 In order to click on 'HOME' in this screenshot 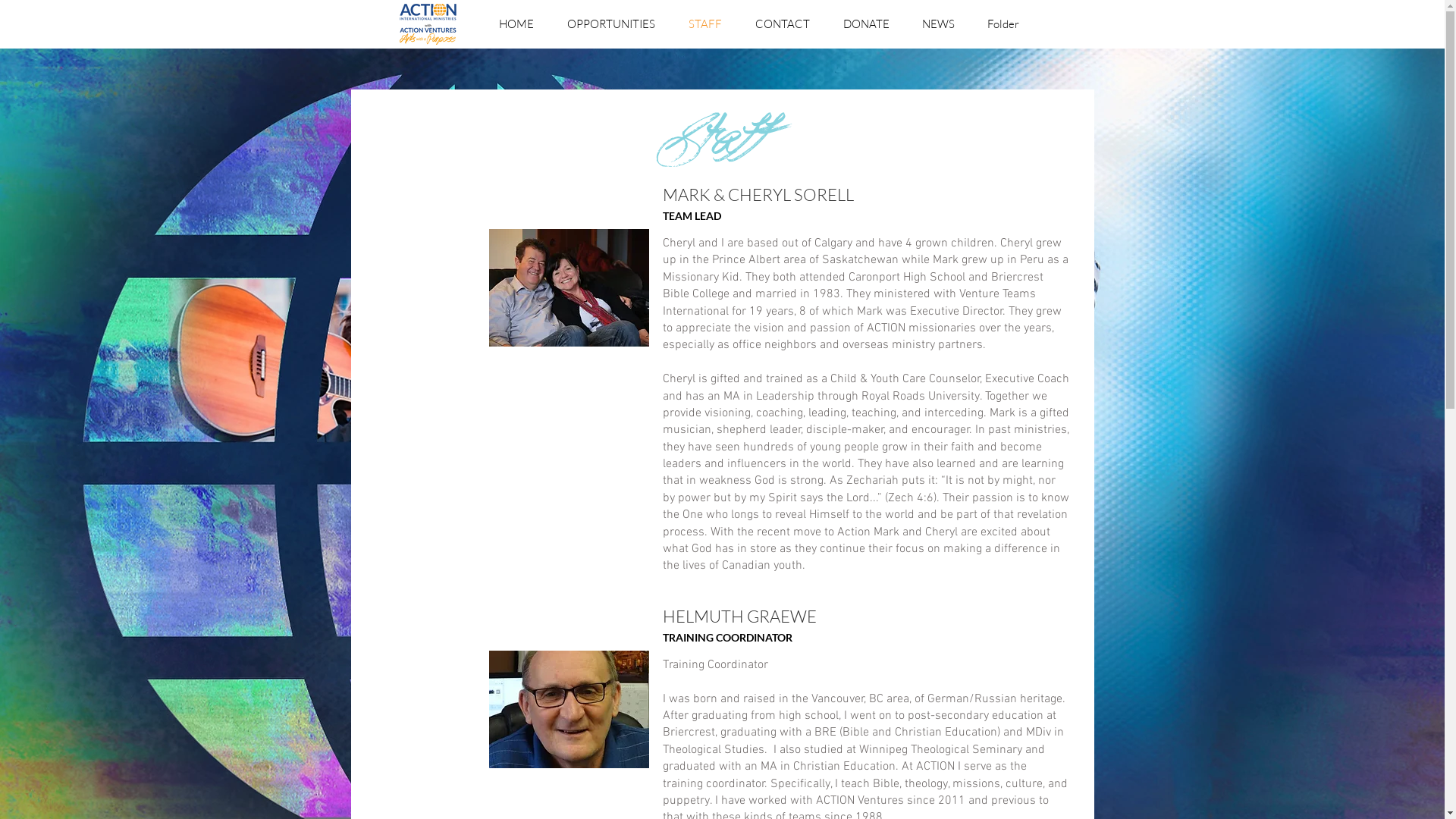, I will do `click(516, 24)`.